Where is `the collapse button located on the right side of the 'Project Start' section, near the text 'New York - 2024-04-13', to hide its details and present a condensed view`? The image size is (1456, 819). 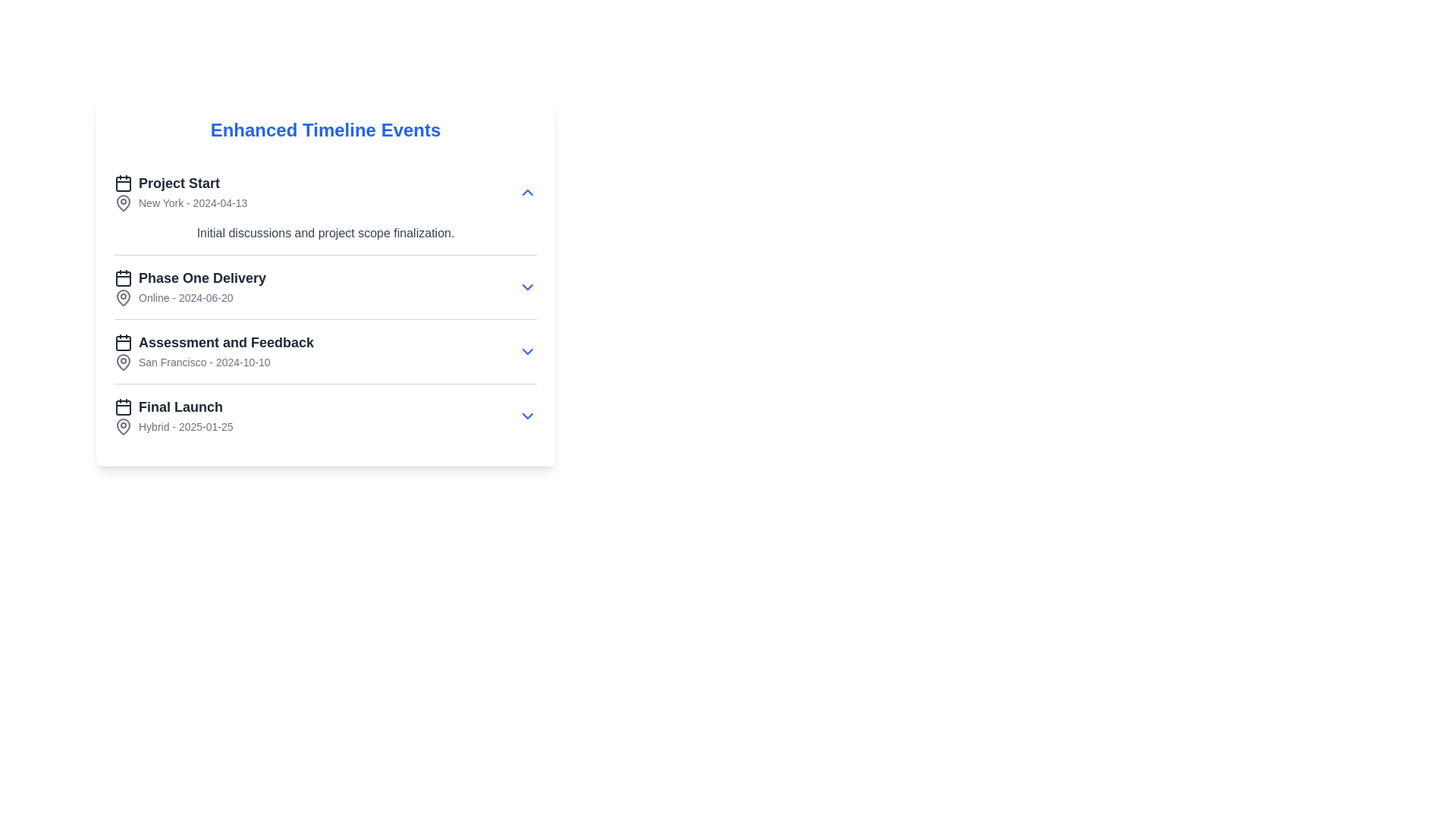 the collapse button located on the right side of the 'Project Start' section, near the text 'New York - 2024-04-13', to hide its details and present a condensed view is located at coordinates (528, 192).